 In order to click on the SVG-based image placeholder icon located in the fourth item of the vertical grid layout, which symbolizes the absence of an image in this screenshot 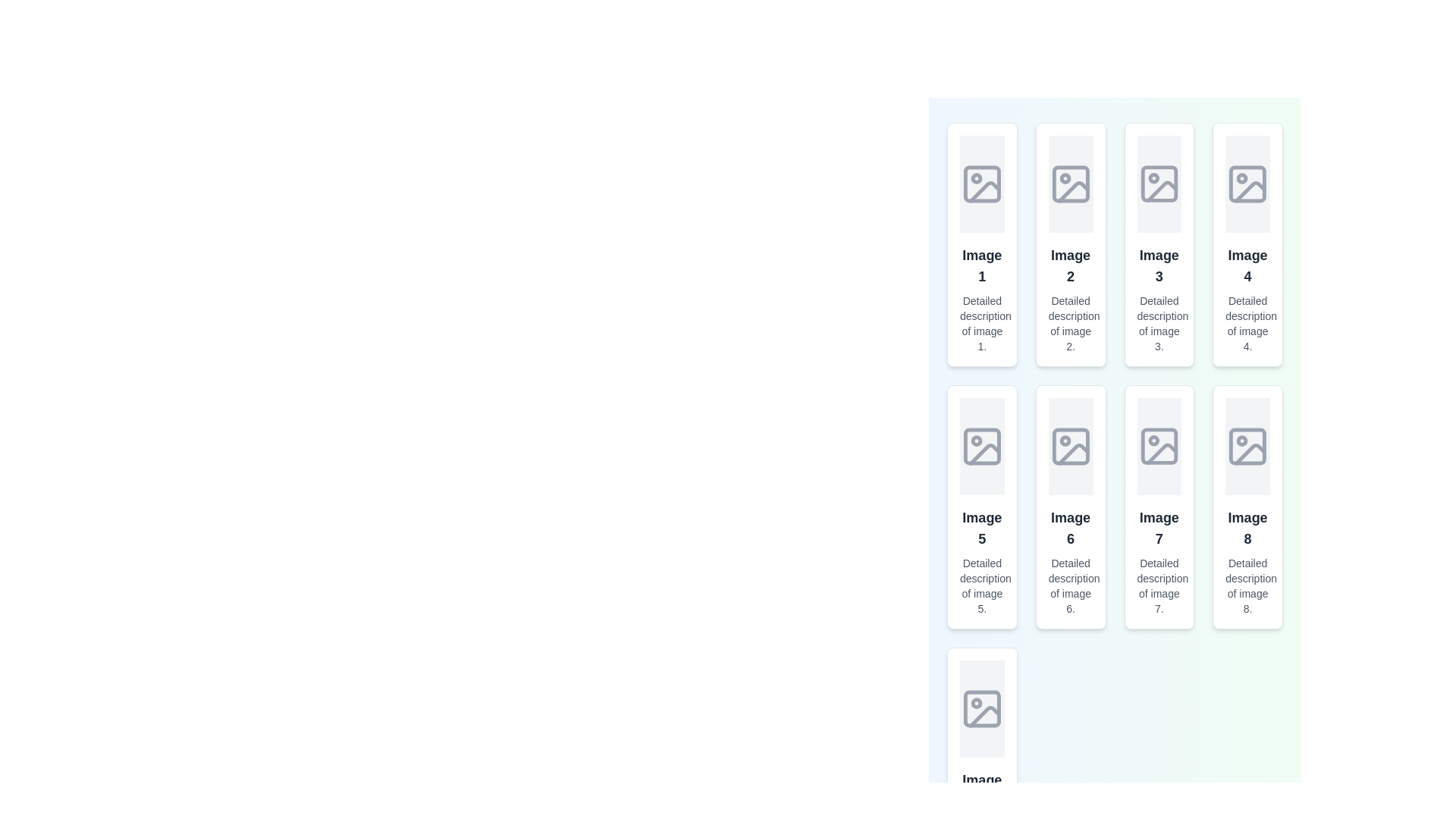, I will do `click(1247, 184)`.